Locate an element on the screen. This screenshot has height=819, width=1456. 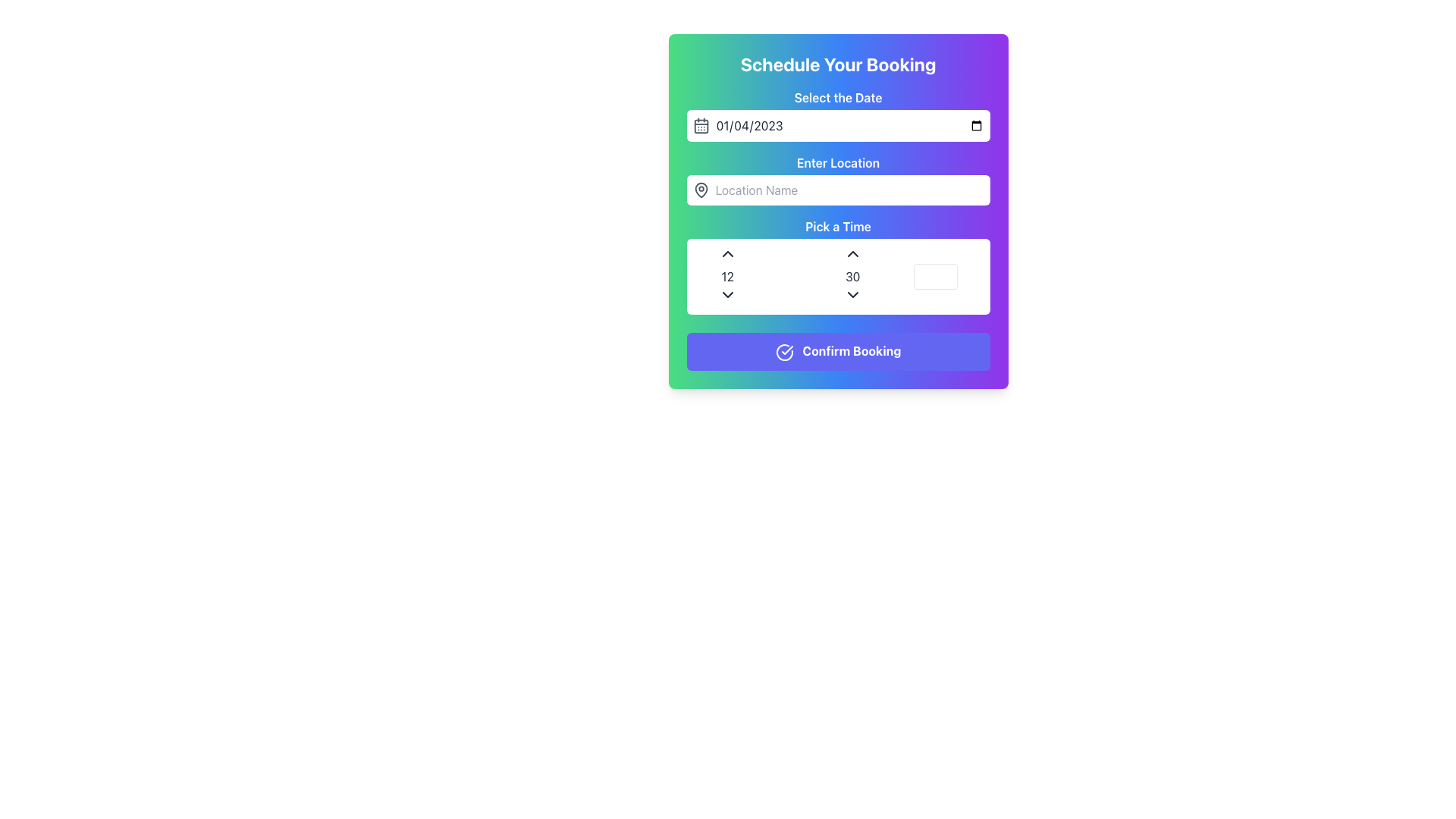
the Text Label that indicates the function of the date input field below it is located at coordinates (837, 97).